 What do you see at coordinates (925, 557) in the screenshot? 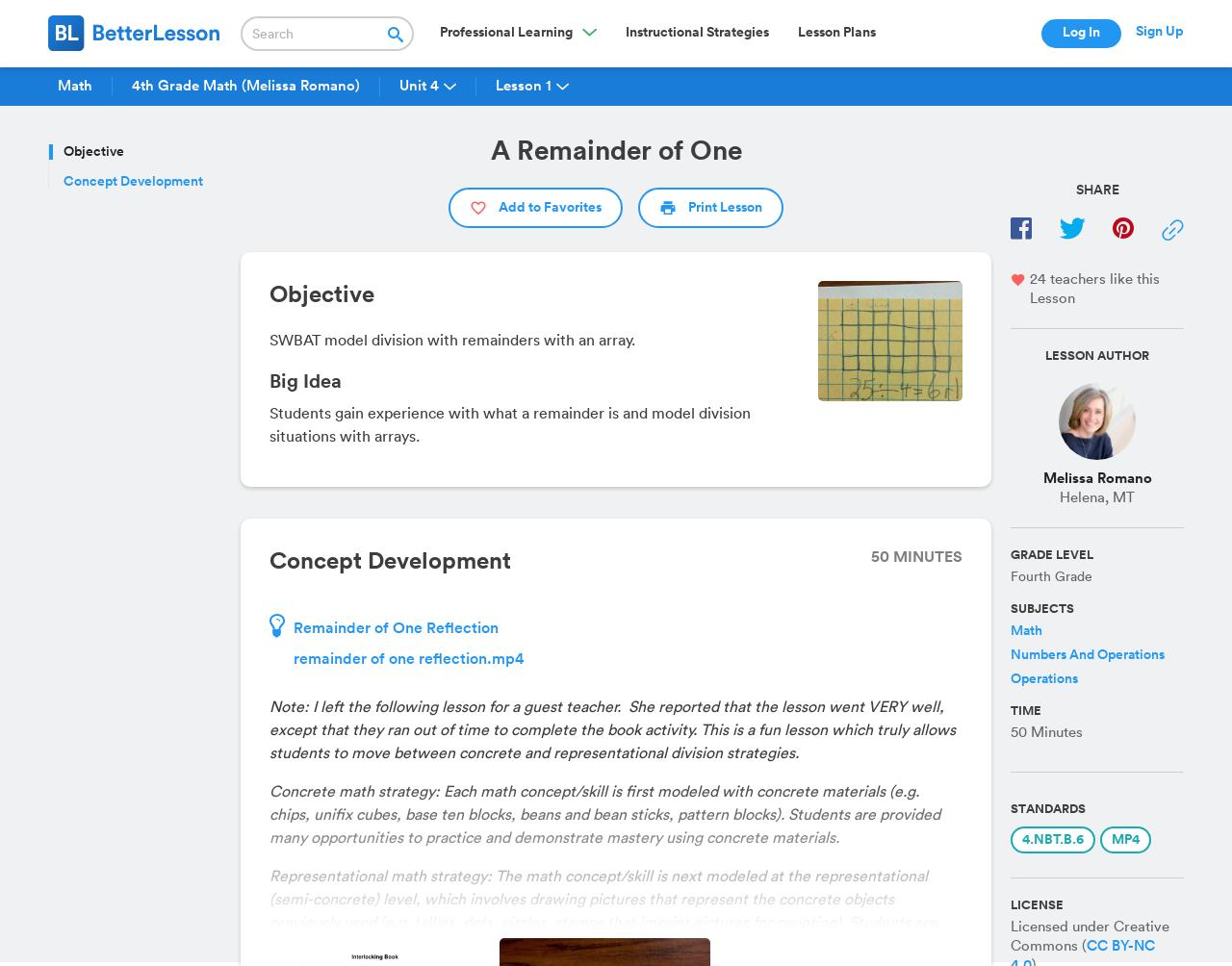
I see `'minutes'` at bounding box center [925, 557].